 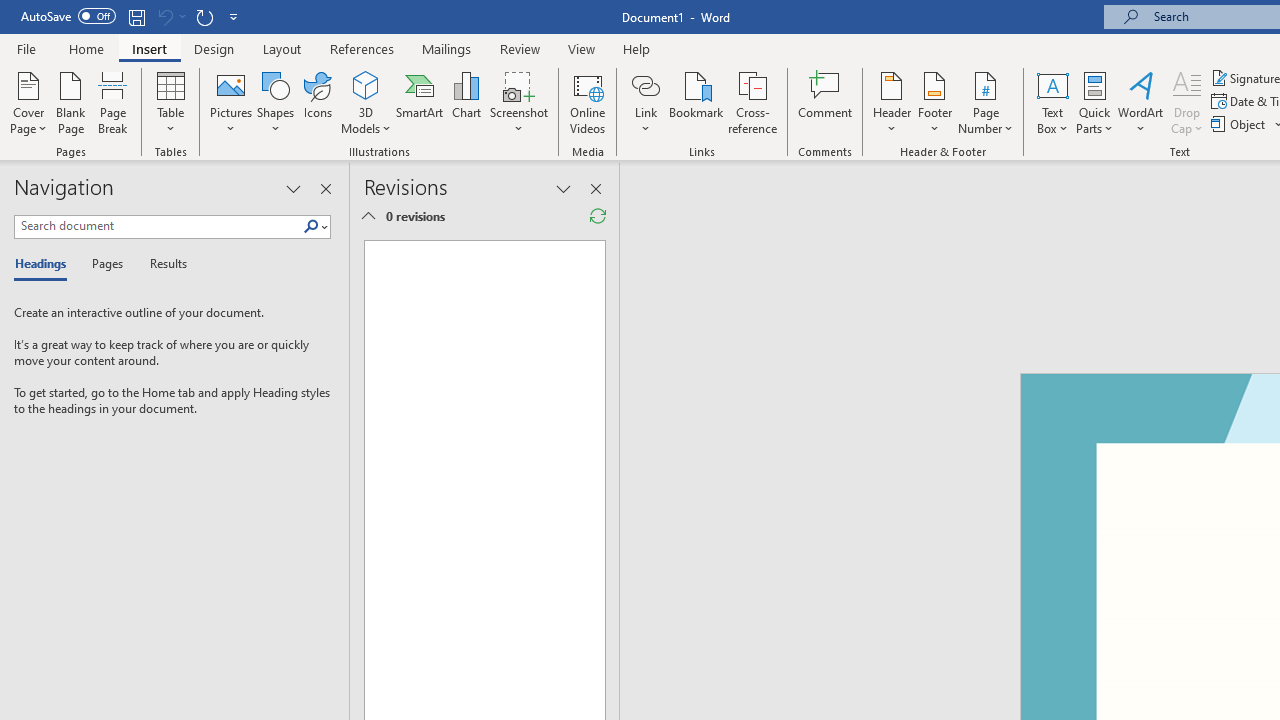 What do you see at coordinates (161, 264) in the screenshot?
I see `'Results'` at bounding box center [161, 264].